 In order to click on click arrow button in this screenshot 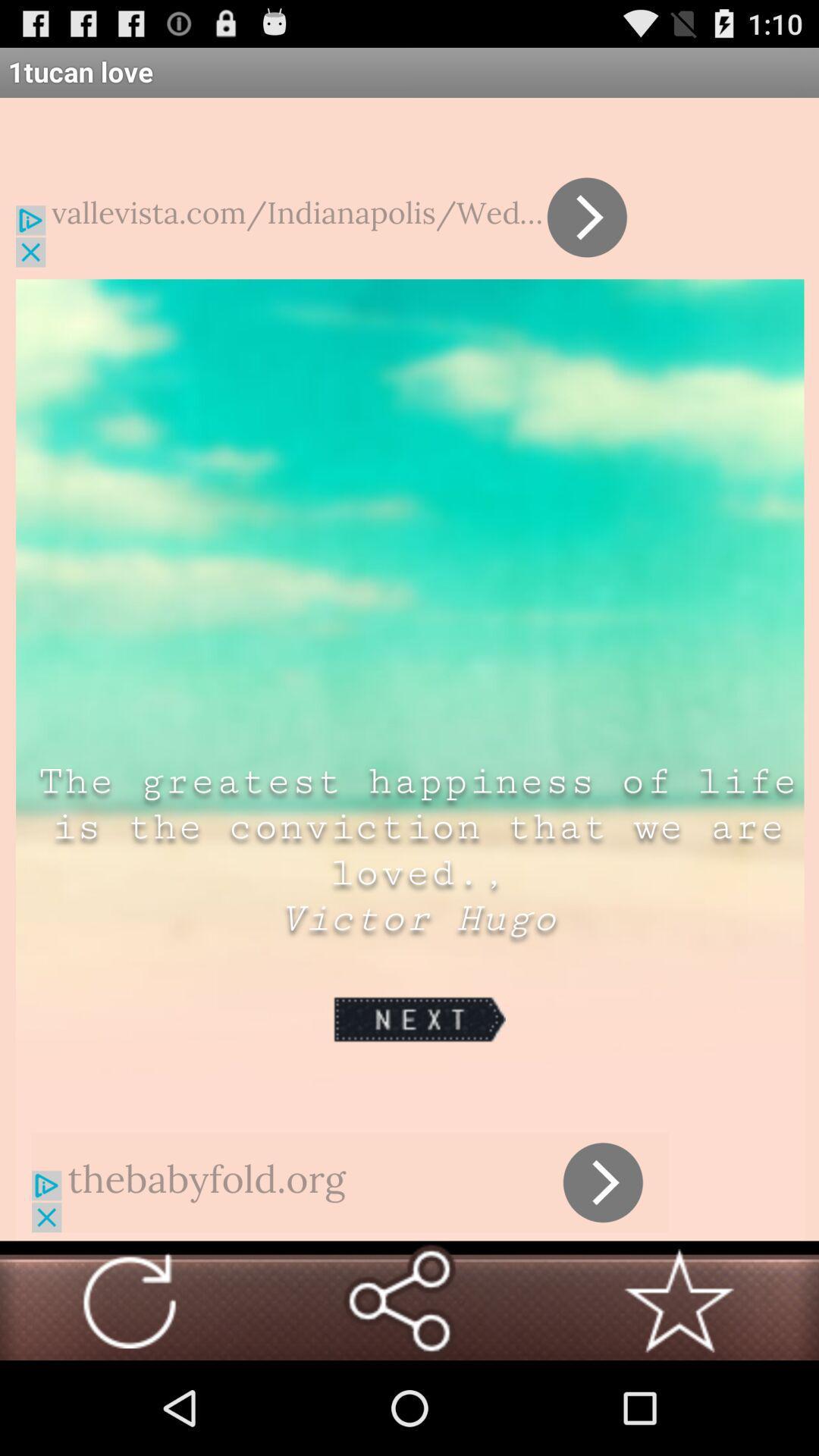, I will do `click(128, 1300)`.